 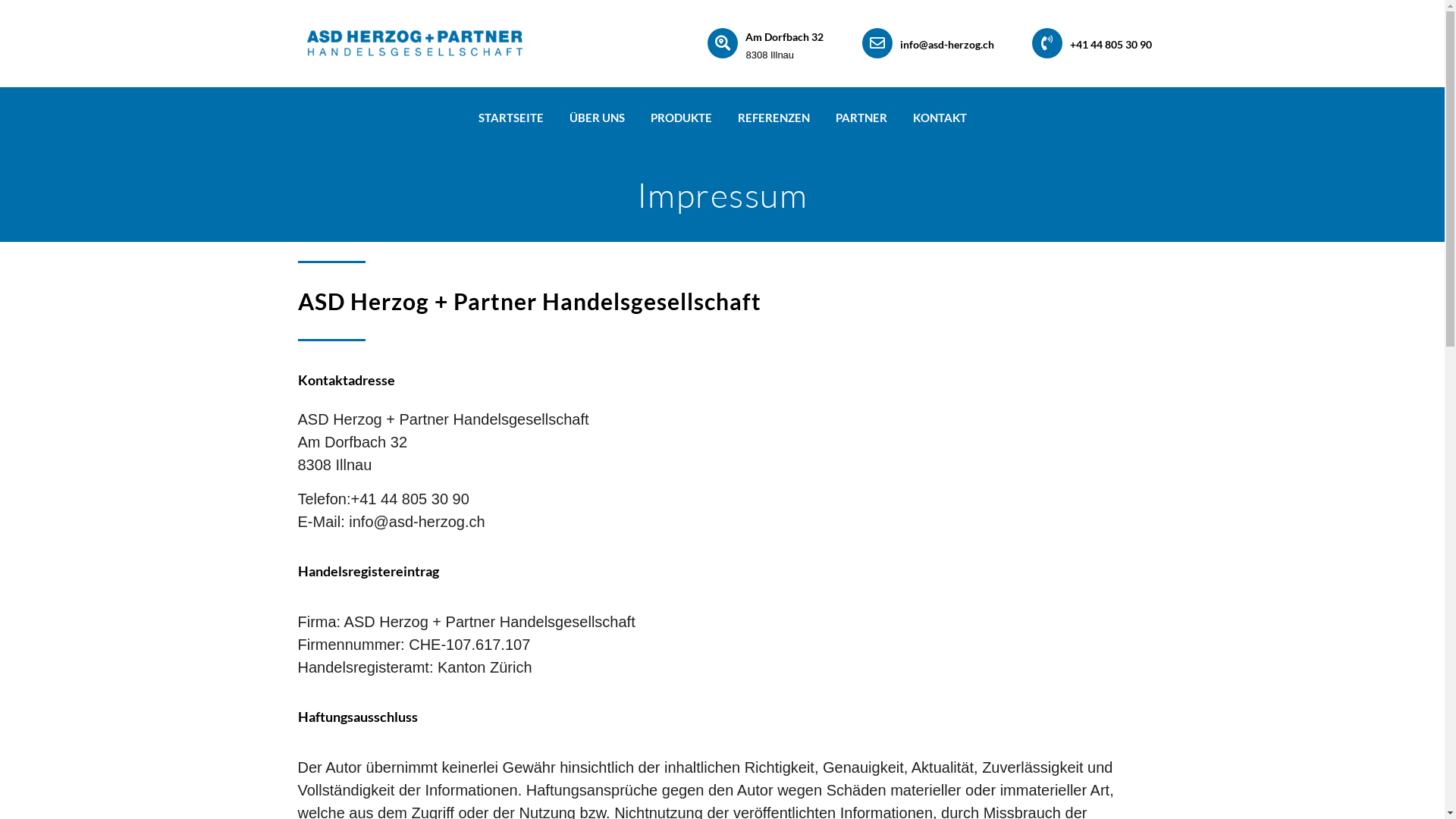 What do you see at coordinates (860, 116) in the screenshot?
I see `'PARTNER'` at bounding box center [860, 116].